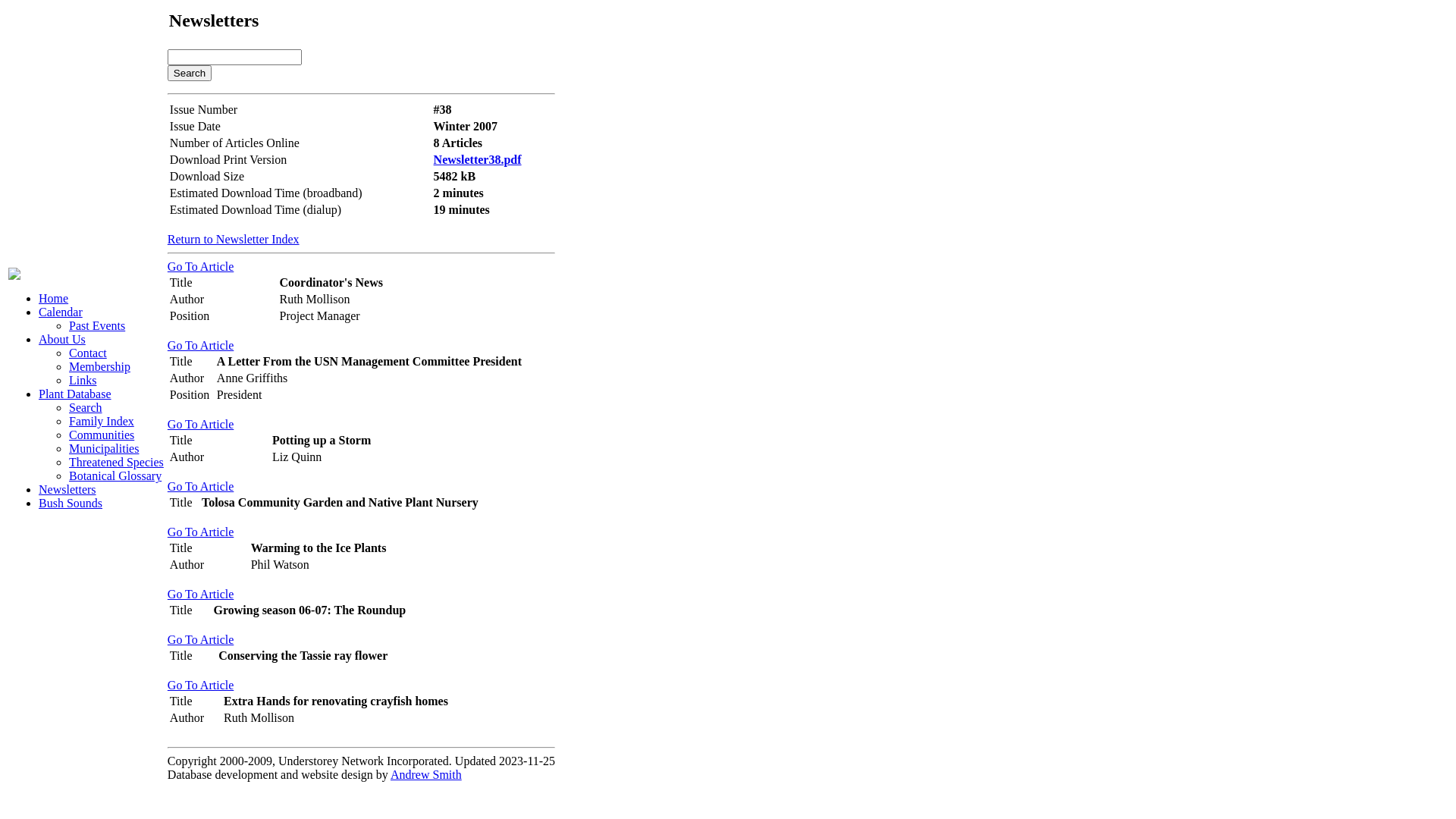 Image resolution: width=1456 pixels, height=819 pixels. I want to click on 'Bush Sounds', so click(69, 503).